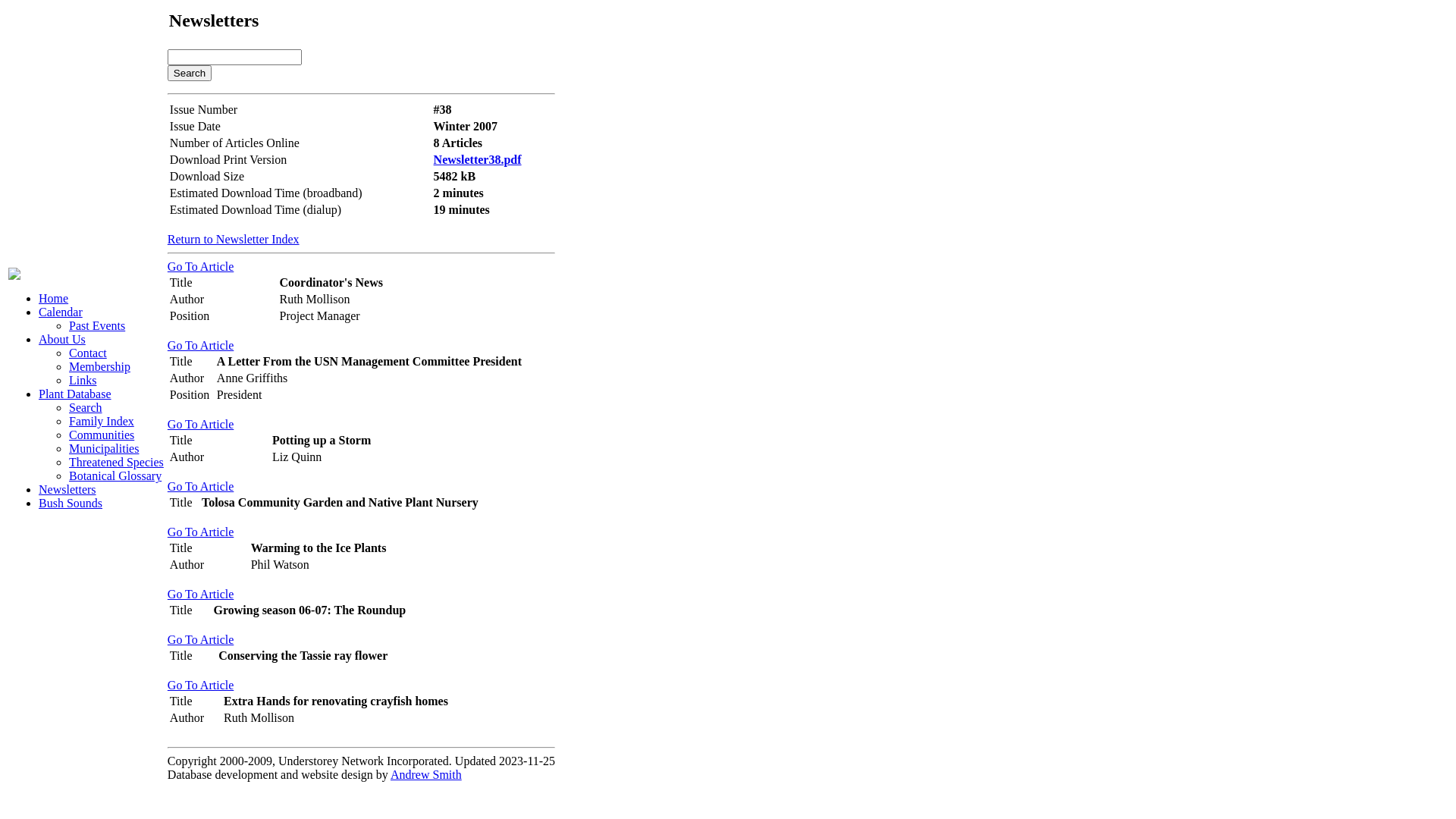 Image resolution: width=1456 pixels, height=819 pixels. I want to click on 'Bush Sounds', so click(69, 503).